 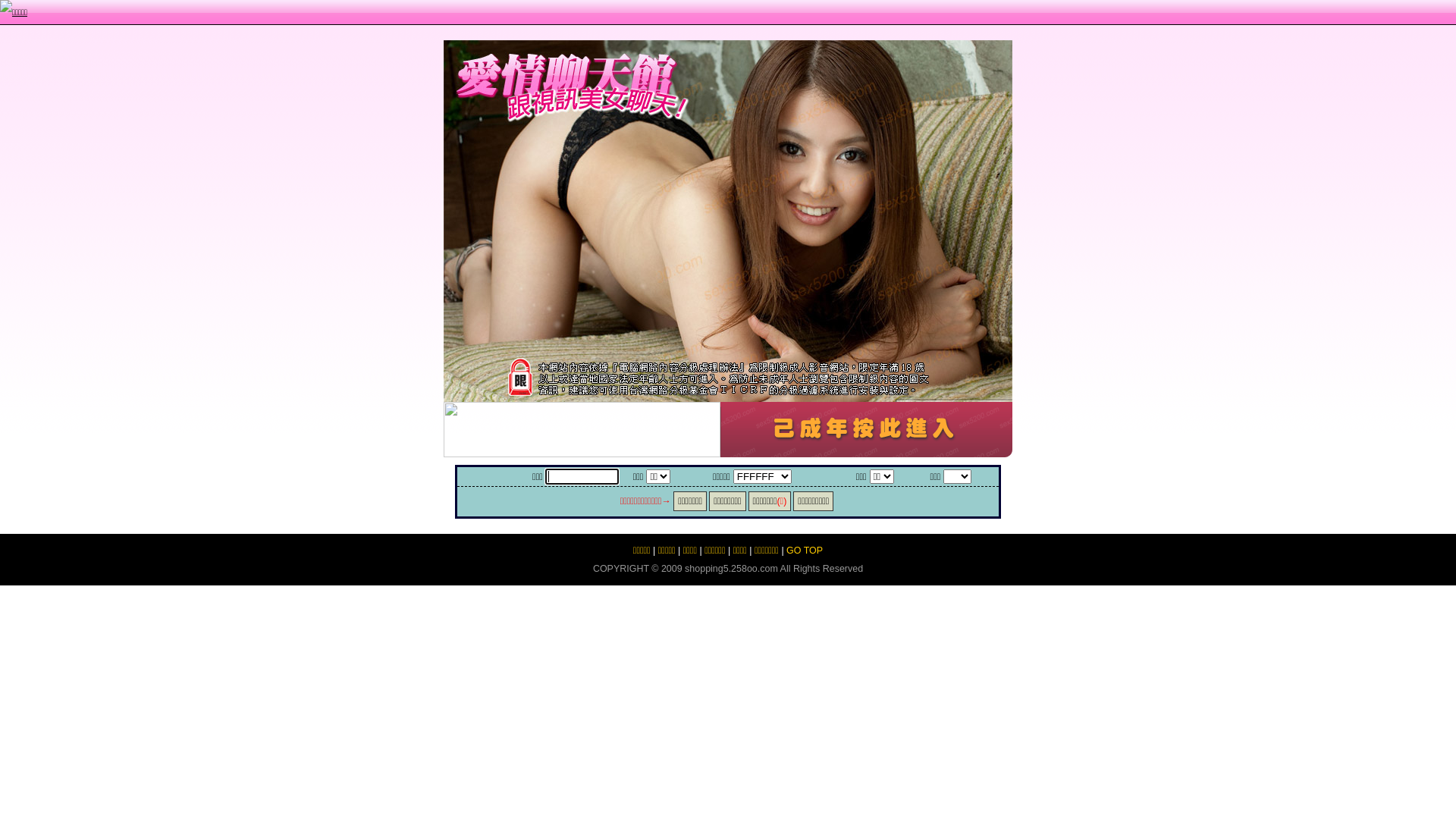 I want to click on 'GO TOP', so click(x=803, y=550).